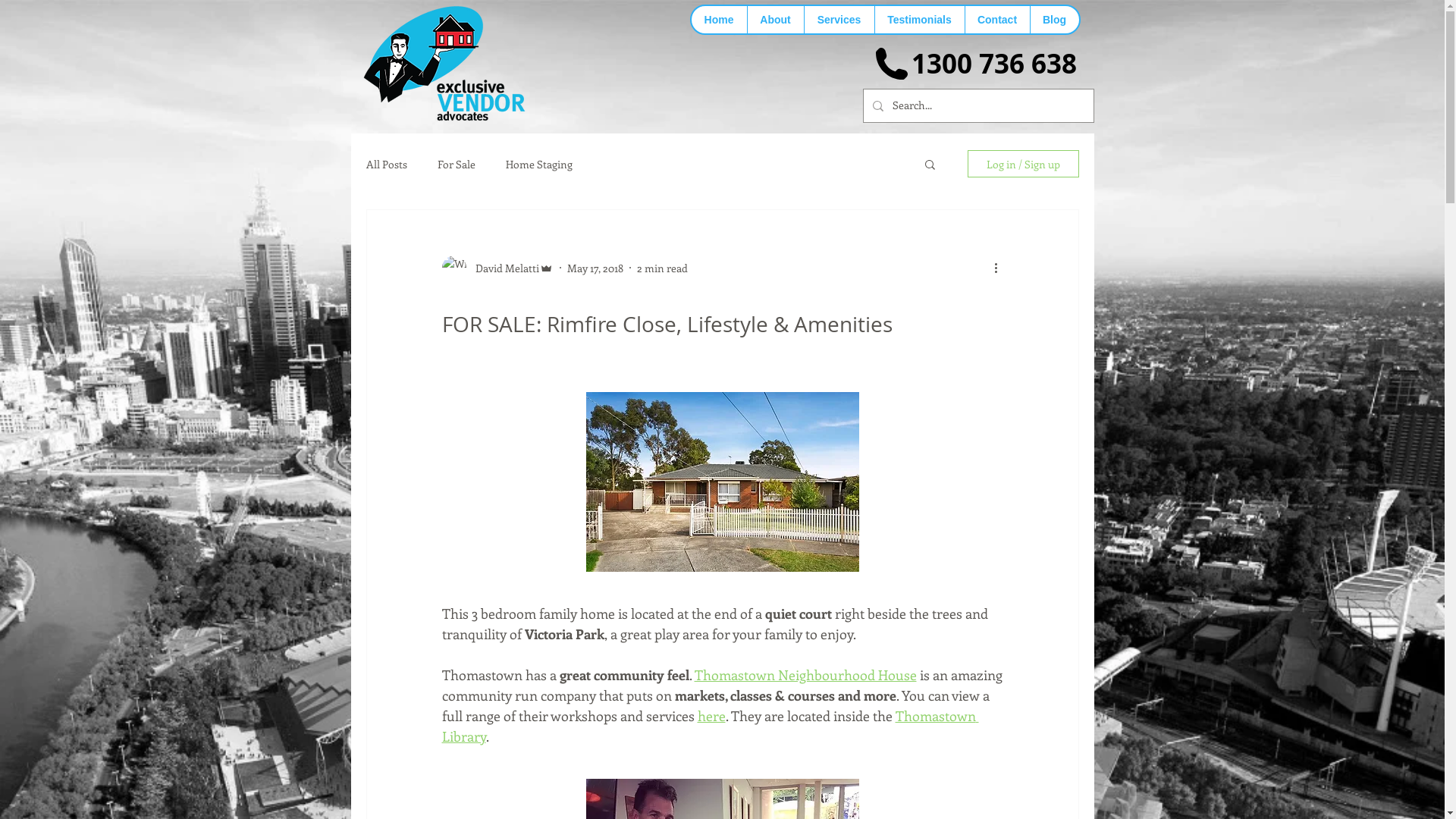  I want to click on 'Thomastown Neighbourhood House', so click(805, 674).